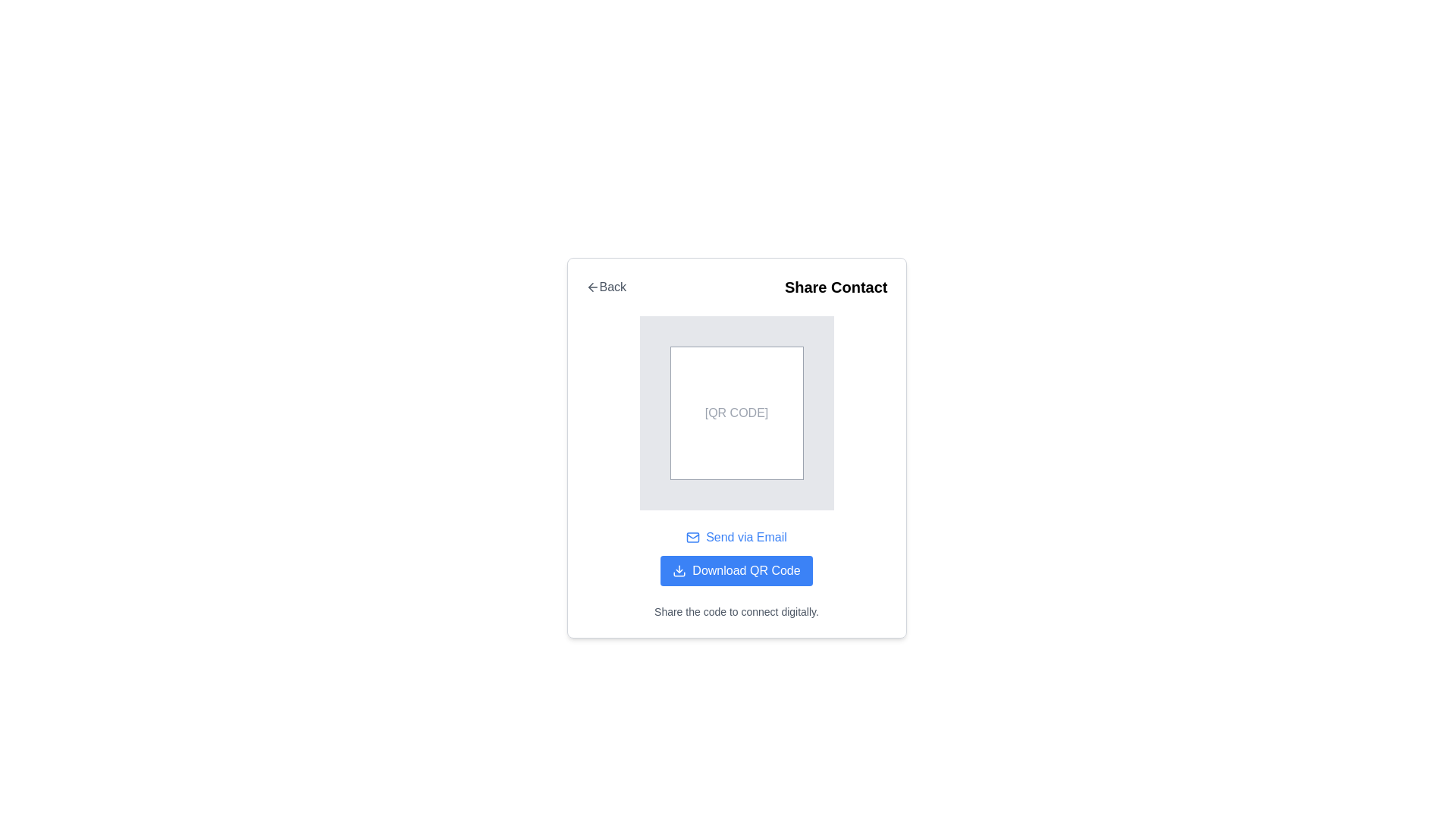  I want to click on the download button located below the 'Send via Email' link to initiate the download of the displayed QR code, so click(736, 570).